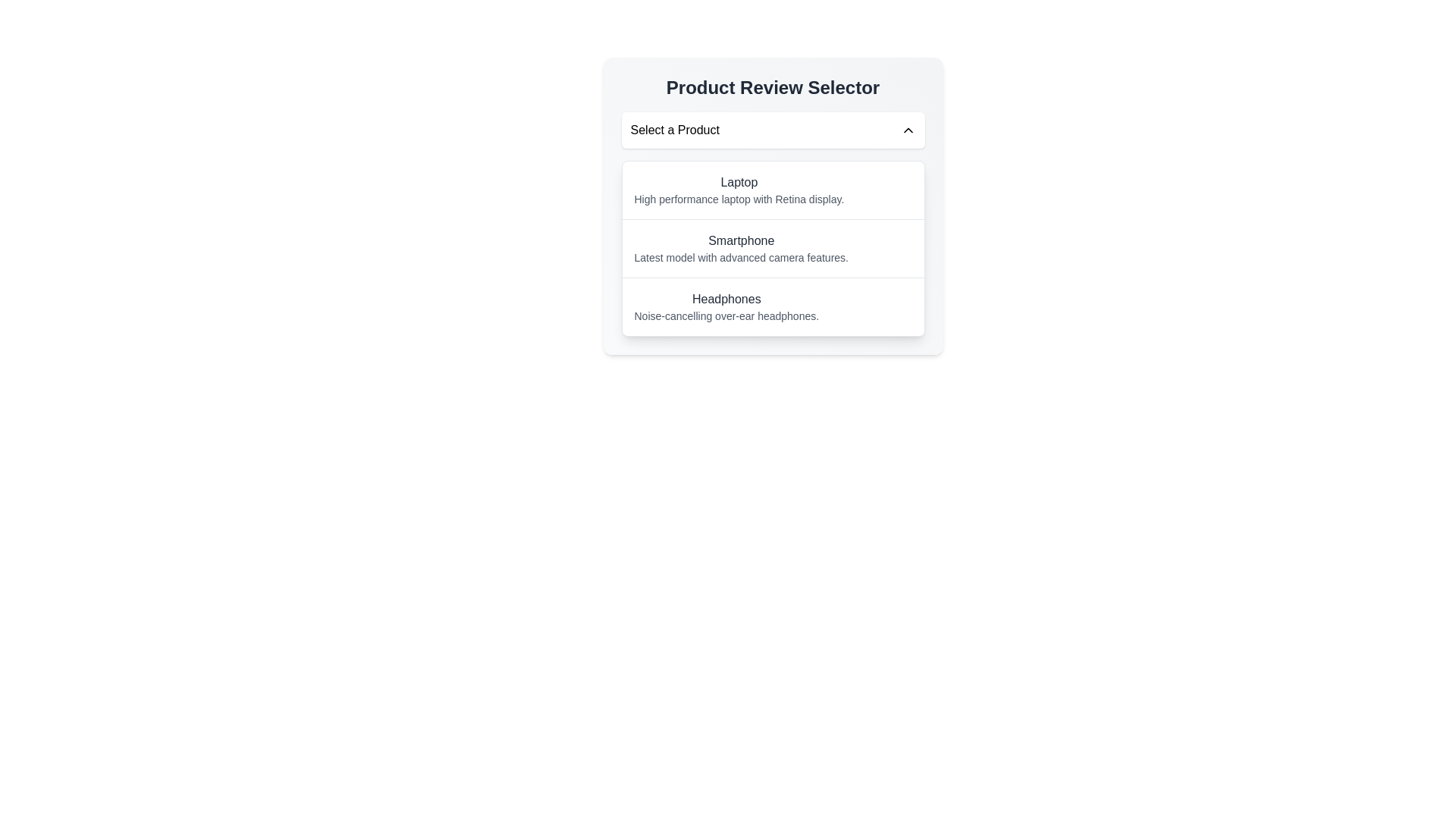 The height and width of the screenshot is (819, 1456). I want to click on the text element titled 'Headphones' which describes 'Noise-cancelling over-ear headphones.' in the dropdown menu under 'Product Review Selector', so click(726, 307).